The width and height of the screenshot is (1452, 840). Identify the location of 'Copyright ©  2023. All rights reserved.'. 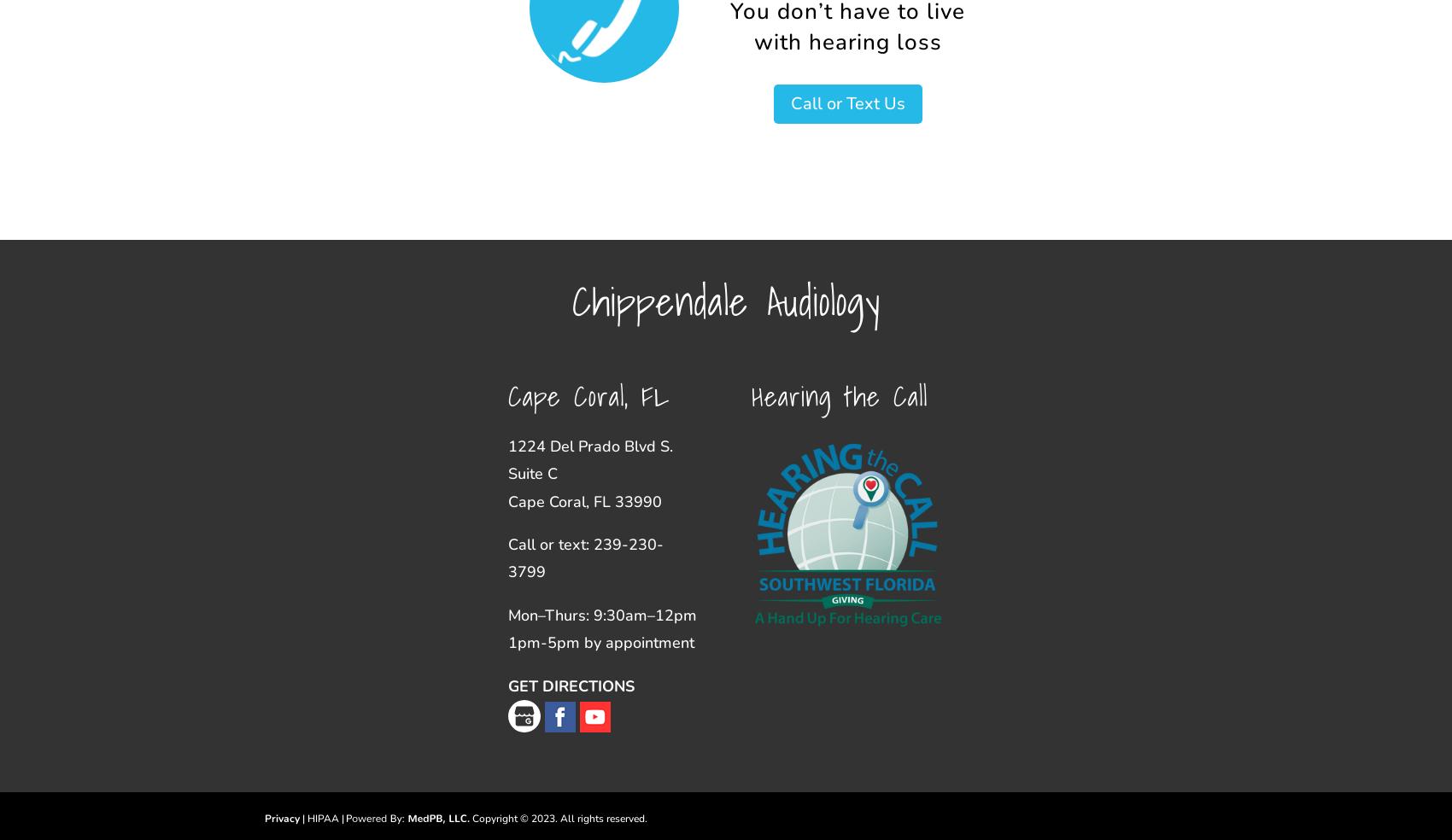
(559, 818).